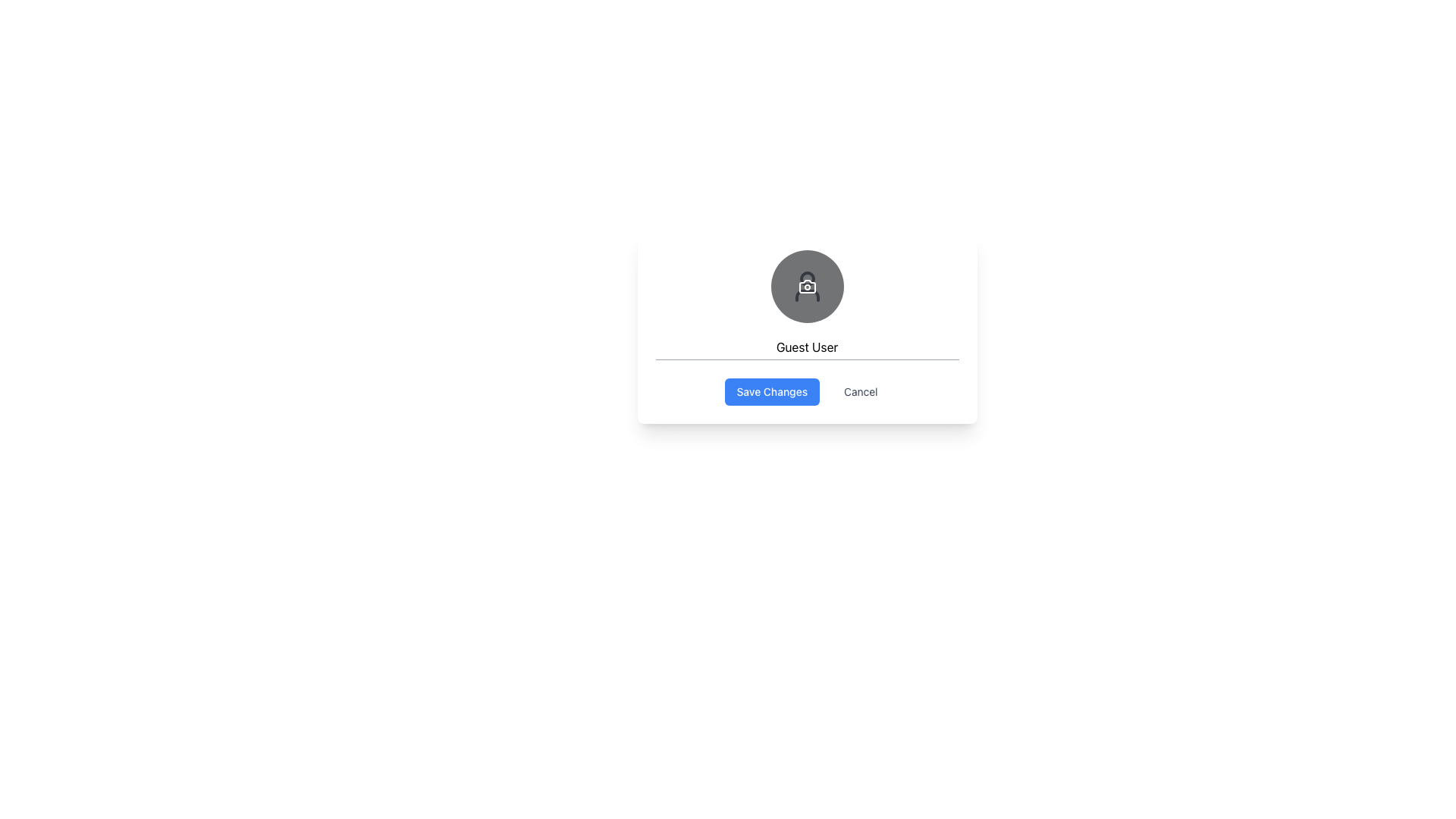 The height and width of the screenshot is (819, 1456). I want to click on the SVG circle element that represents the head part of the user icon in the user profile avatar placeholder, so click(806, 278).